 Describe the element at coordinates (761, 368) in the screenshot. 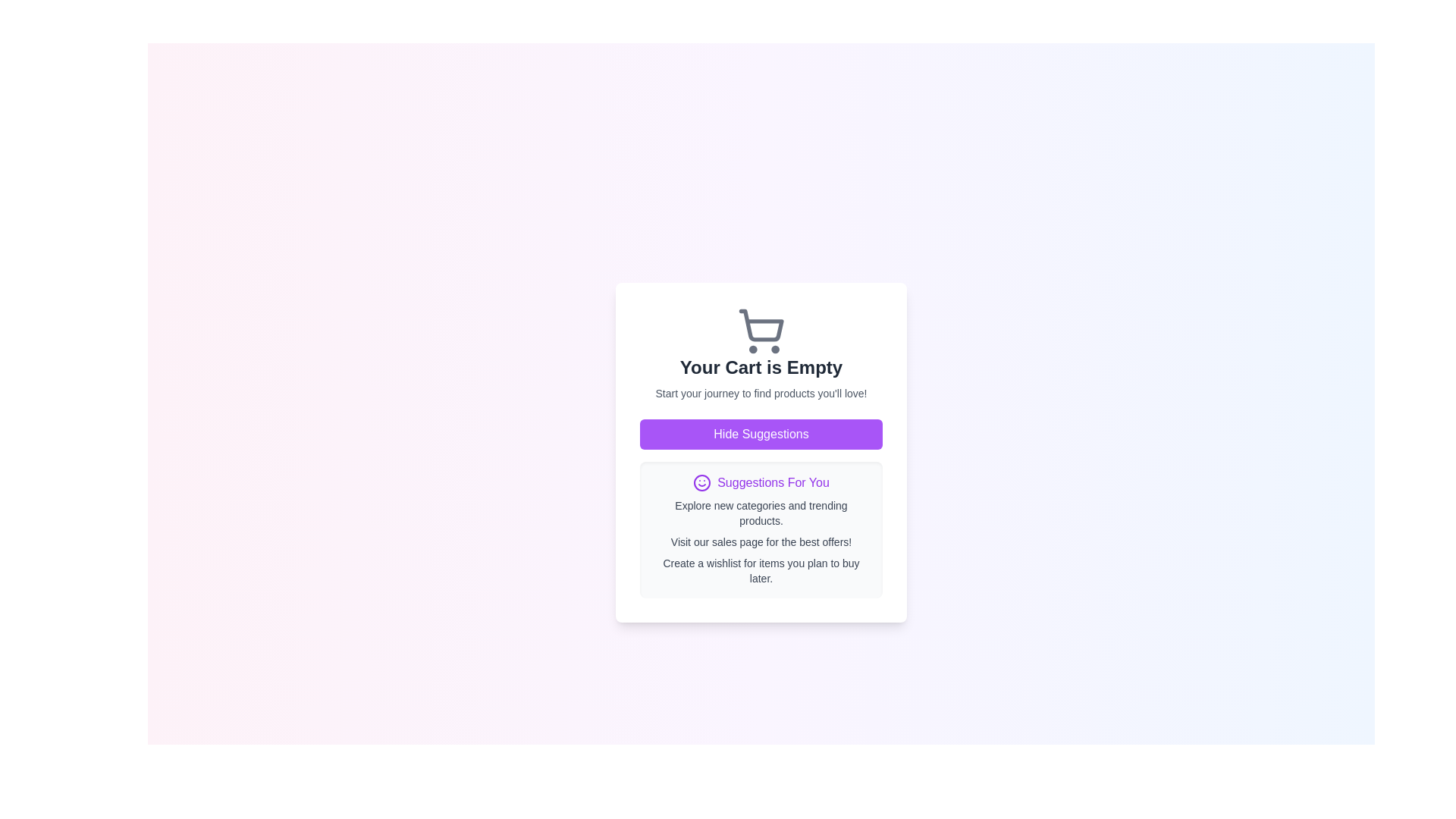

I see `the static informational text displaying 'Your Cart is Empty', which is styled in a large bold font and dark gray color, centrally located within the interface` at that location.